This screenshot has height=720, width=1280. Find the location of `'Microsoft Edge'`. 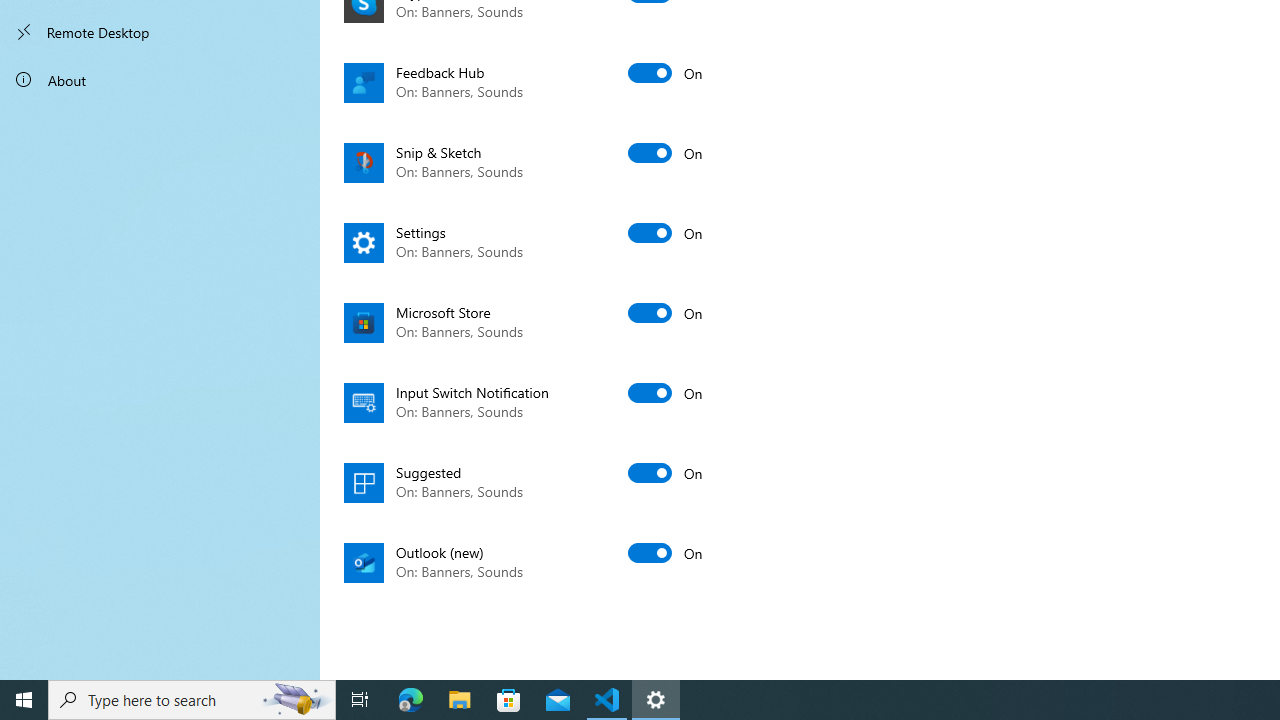

'Microsoft Edge' is located at coordinates (410, 698).